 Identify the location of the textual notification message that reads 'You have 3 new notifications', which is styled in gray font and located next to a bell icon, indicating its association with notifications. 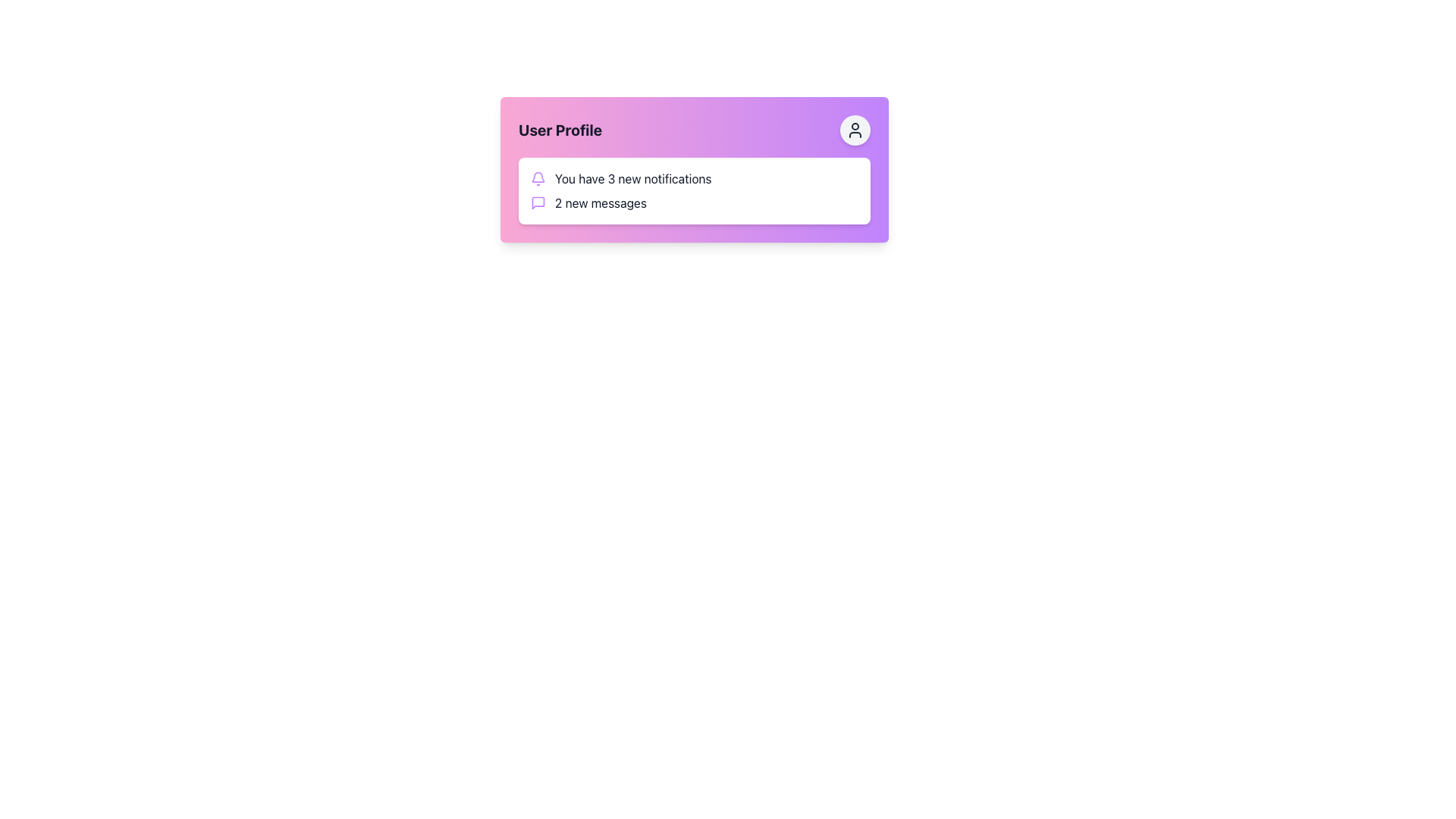
(633, 177).